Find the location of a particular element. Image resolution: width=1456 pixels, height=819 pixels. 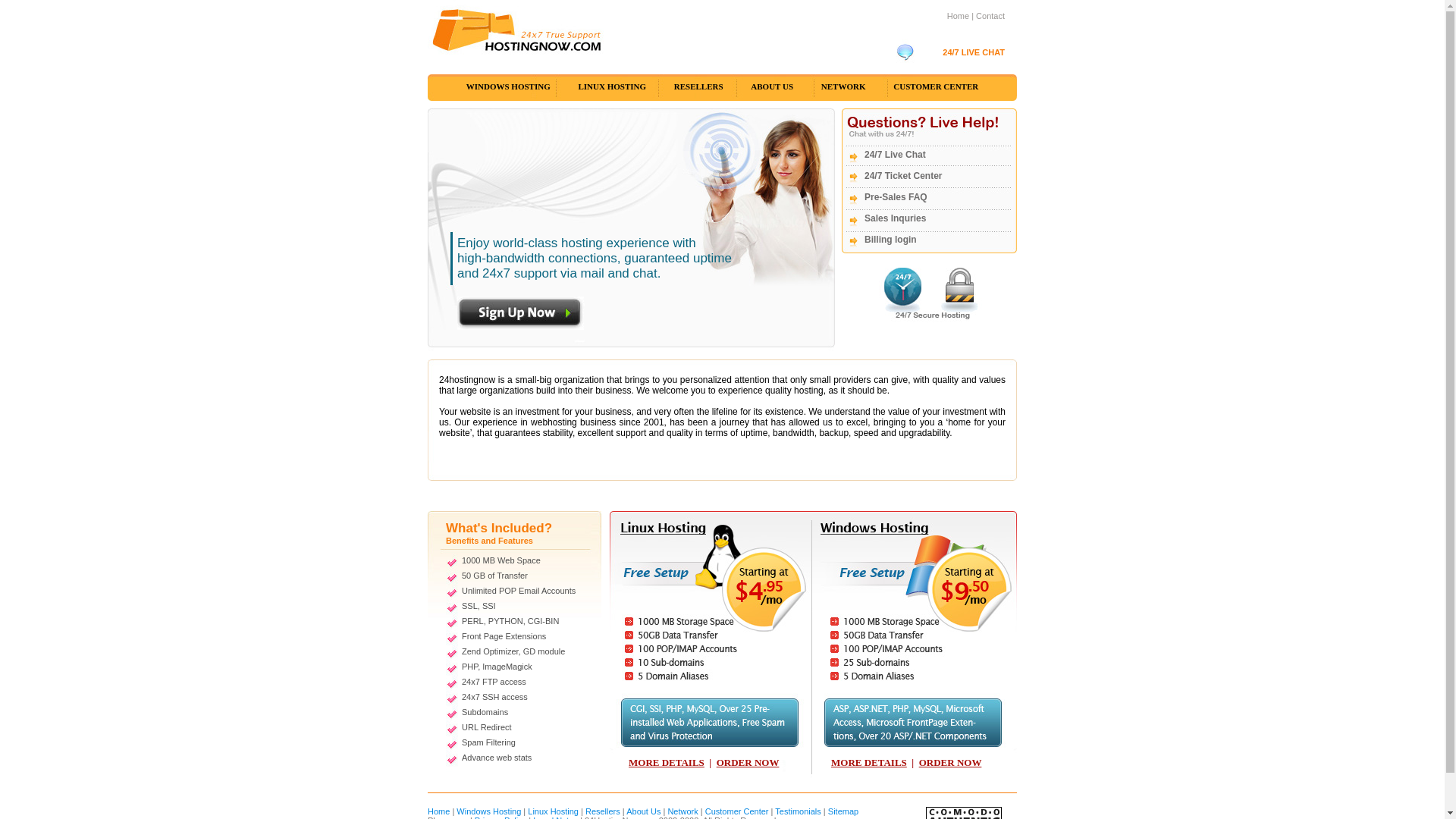

'Resellers' is located at coordinates (602, 810).